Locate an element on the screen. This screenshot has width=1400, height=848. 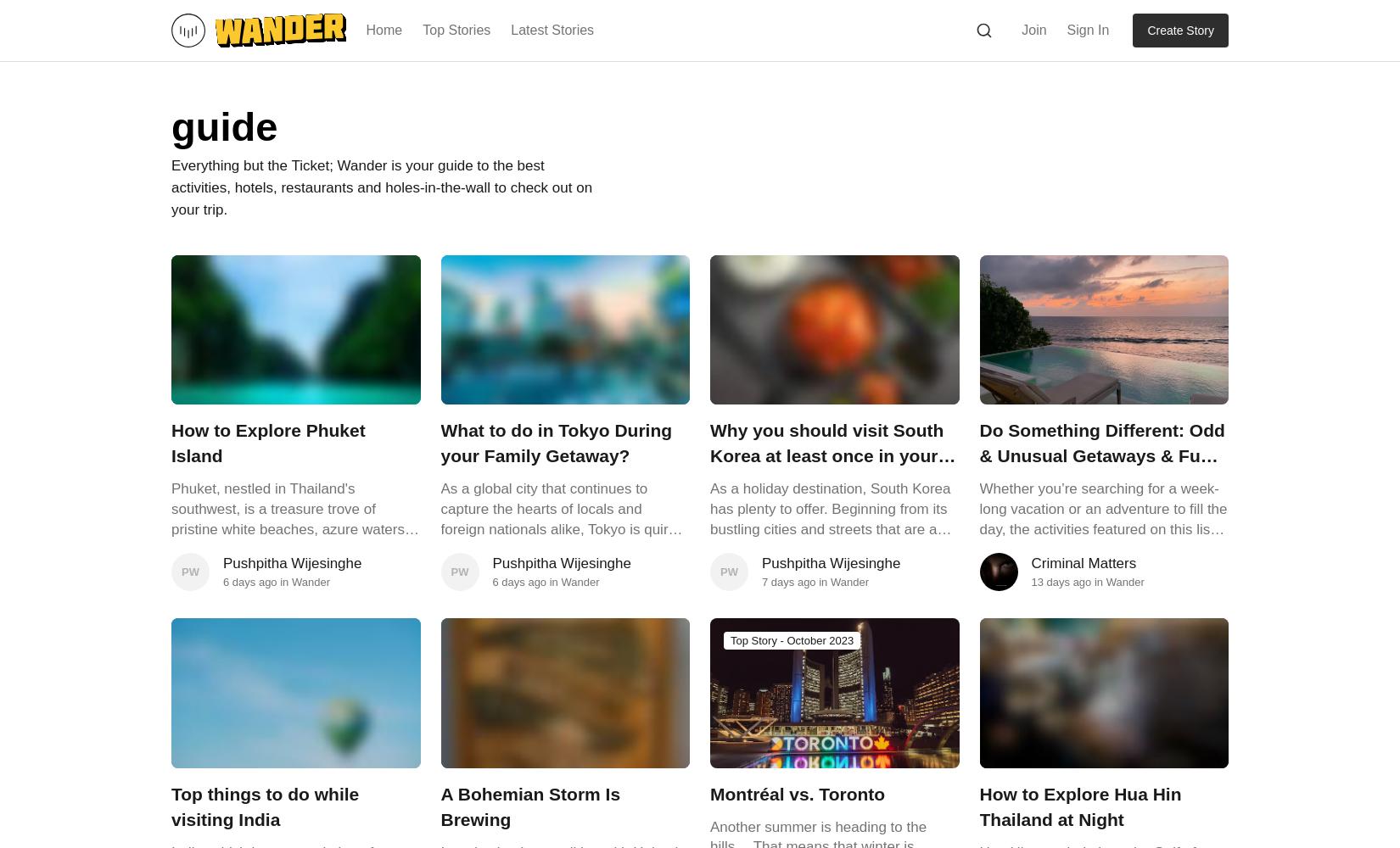
'Do Something Different: Odd & Unusual Getaways & Fun Adventures' is located at coordinates (979, 455).